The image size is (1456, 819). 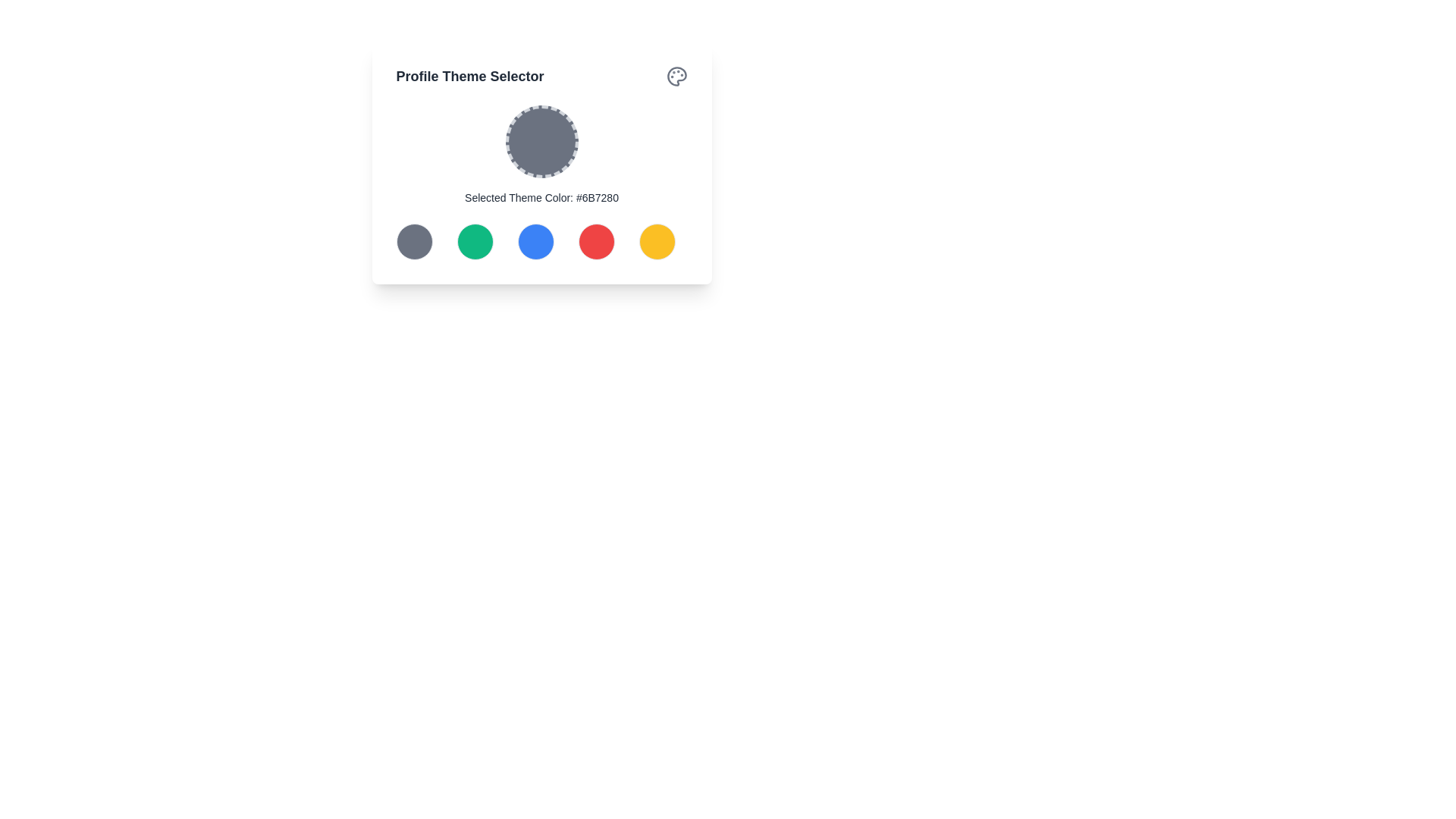 What do you see at coordinates (541, 197) in the screenshot?
I see `the text label displaying 'Selected Theme Color: #6B7280', which is positioned below the circular color preview and above the row of color options` at bounding box center [541, 197].